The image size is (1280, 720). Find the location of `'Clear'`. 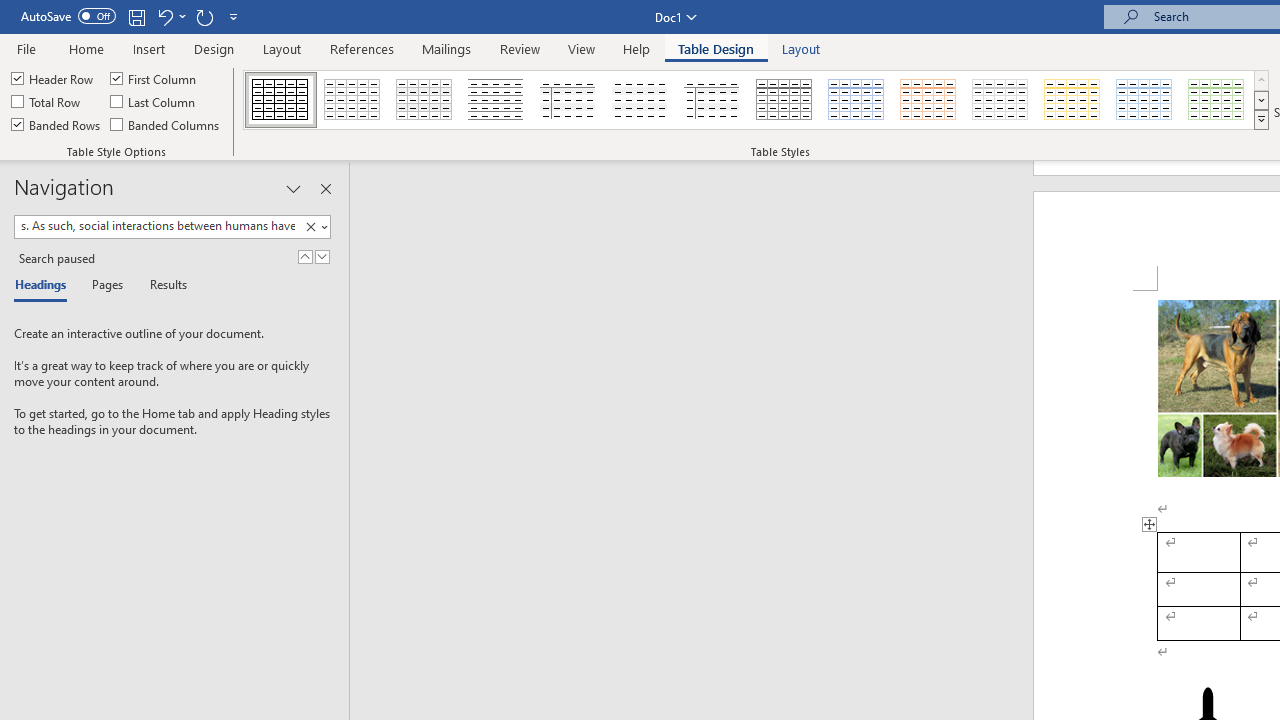

'Clear' is located at coordinates (310, 226).